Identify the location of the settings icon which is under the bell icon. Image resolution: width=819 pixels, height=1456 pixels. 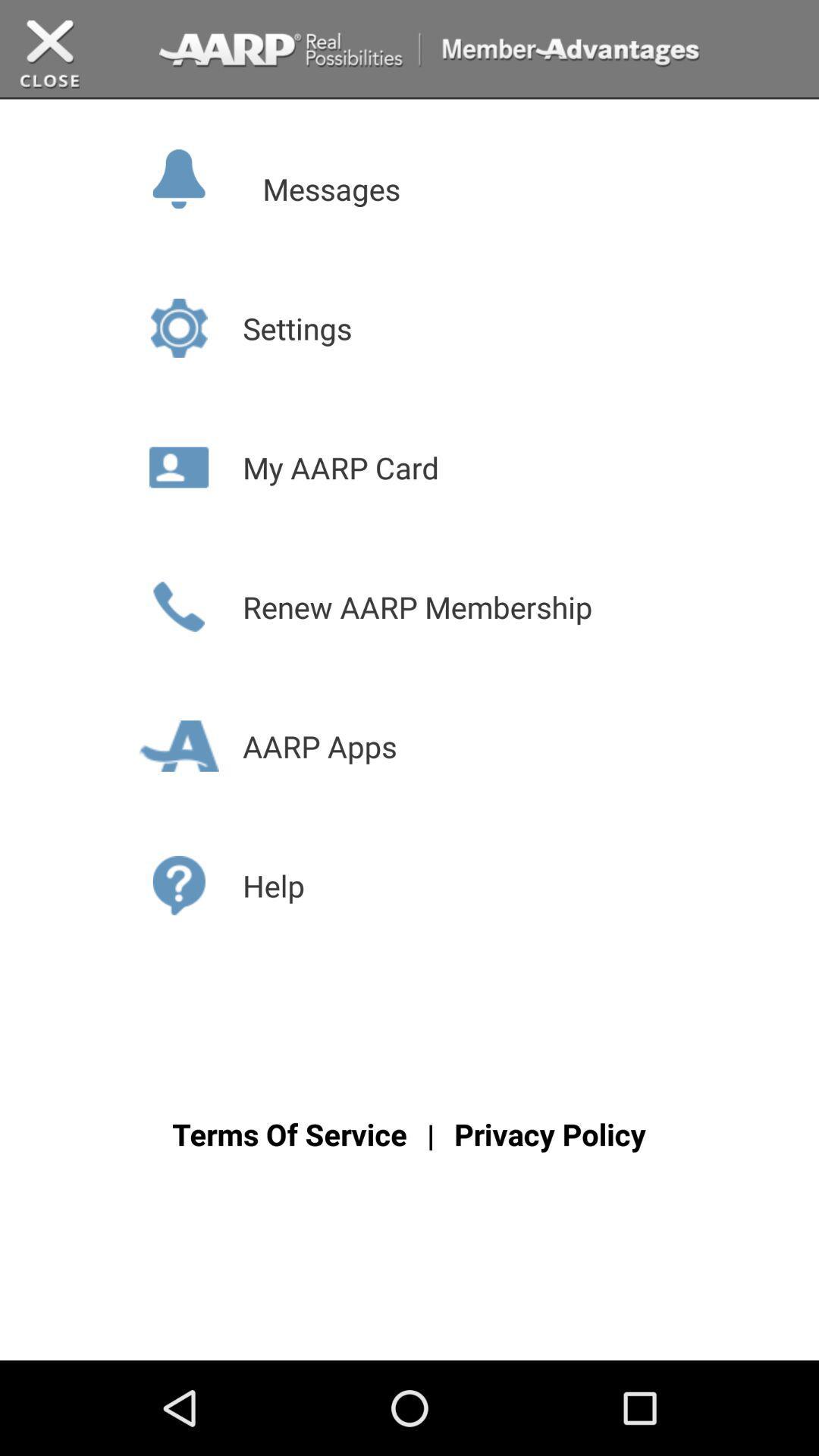
(178, 327).